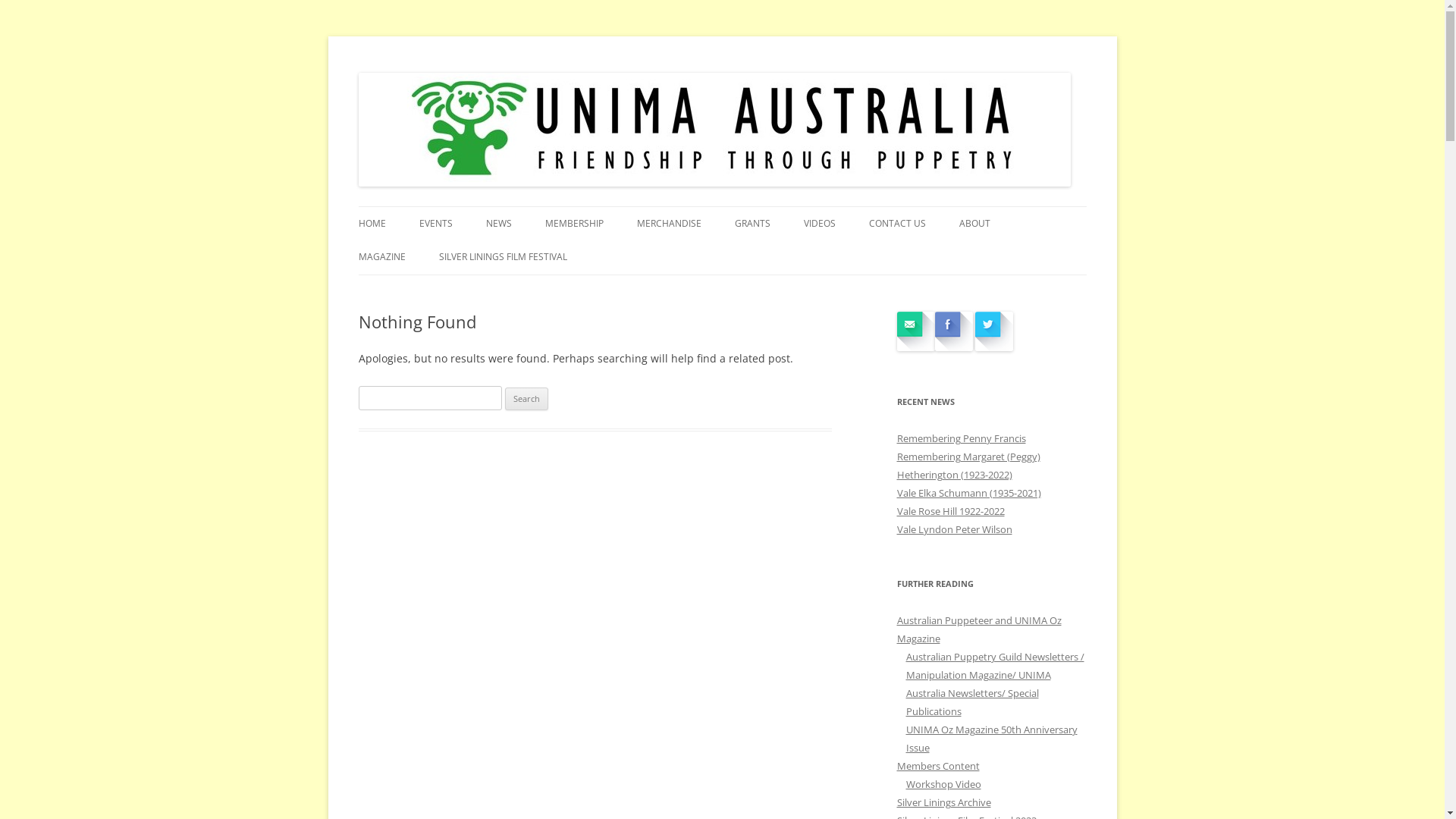  Describe the element at coordinates (356, 206) in the screenshot. I see `'UNIMA AUSTRALIA'` at that location.